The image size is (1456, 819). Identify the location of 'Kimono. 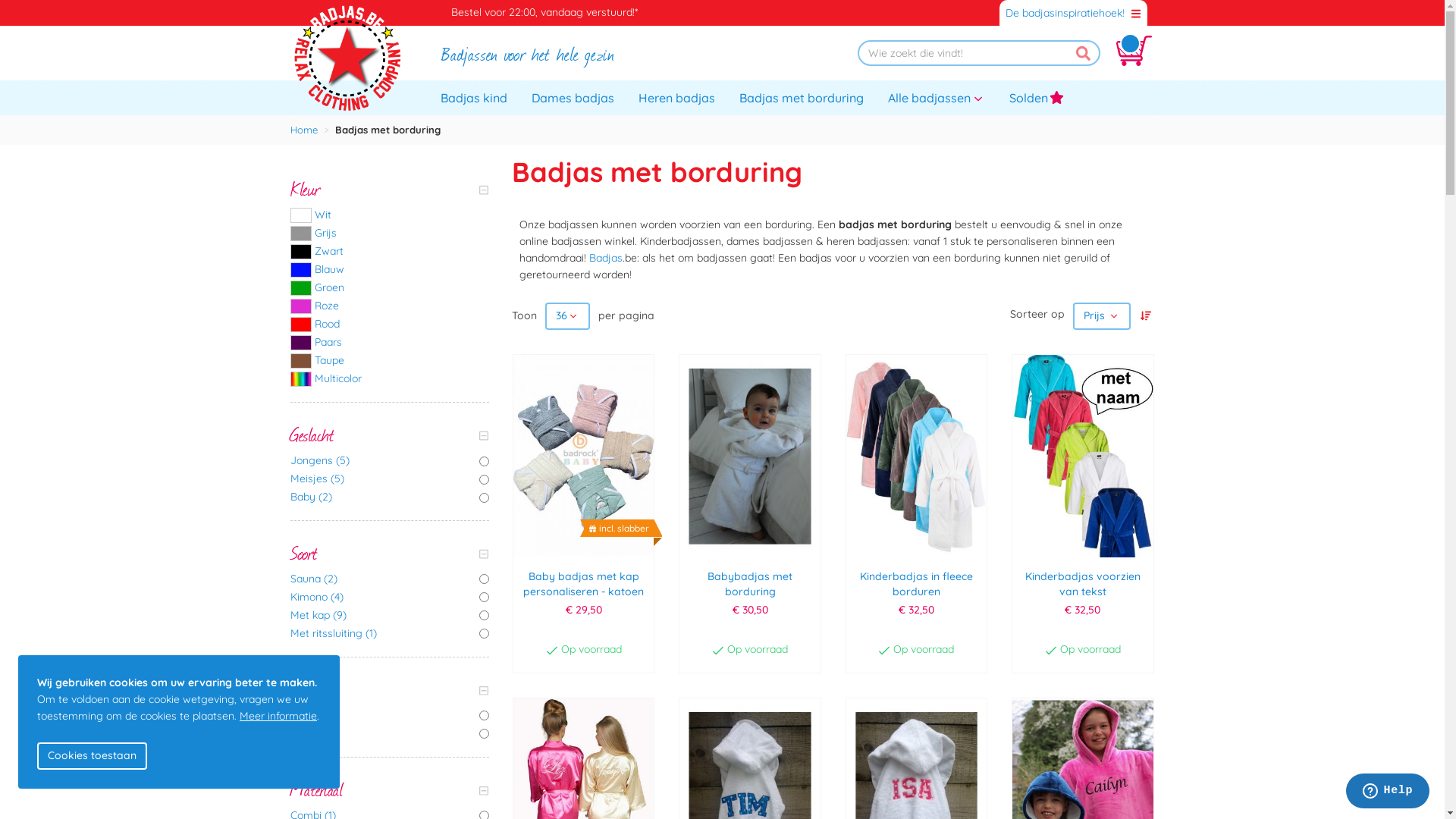
(290, 596).